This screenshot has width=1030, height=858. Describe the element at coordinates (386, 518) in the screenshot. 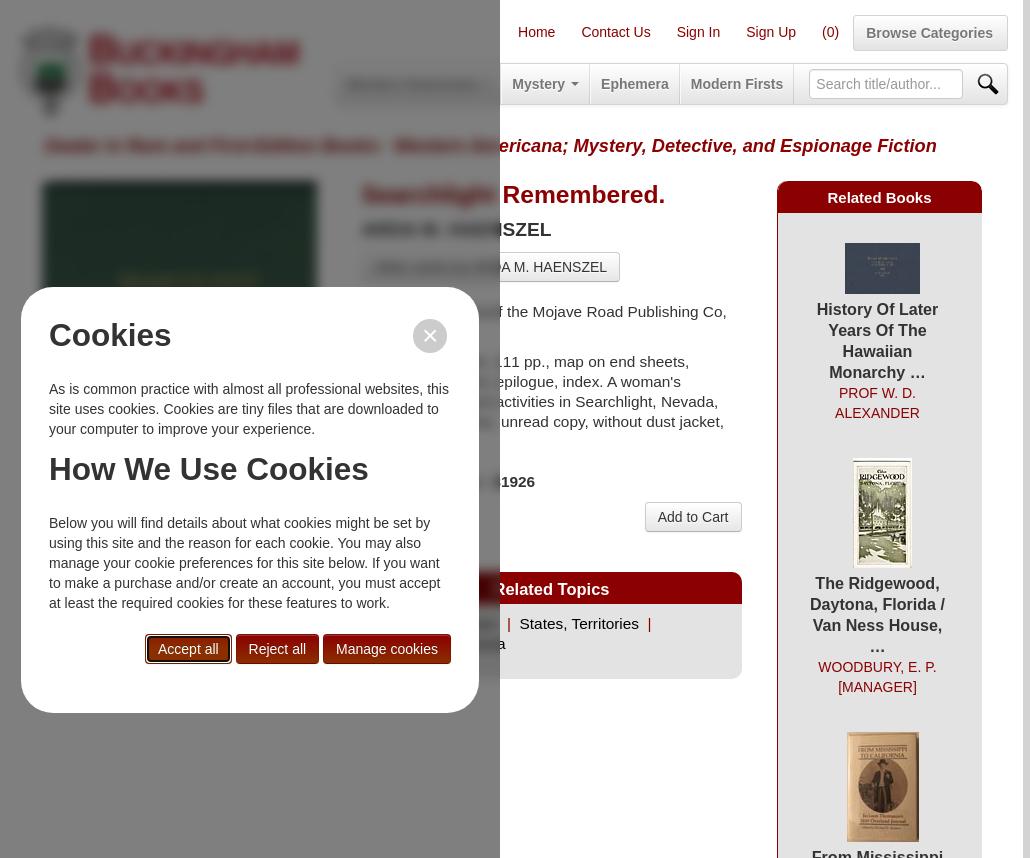

I see `'$35.00'` at that location.